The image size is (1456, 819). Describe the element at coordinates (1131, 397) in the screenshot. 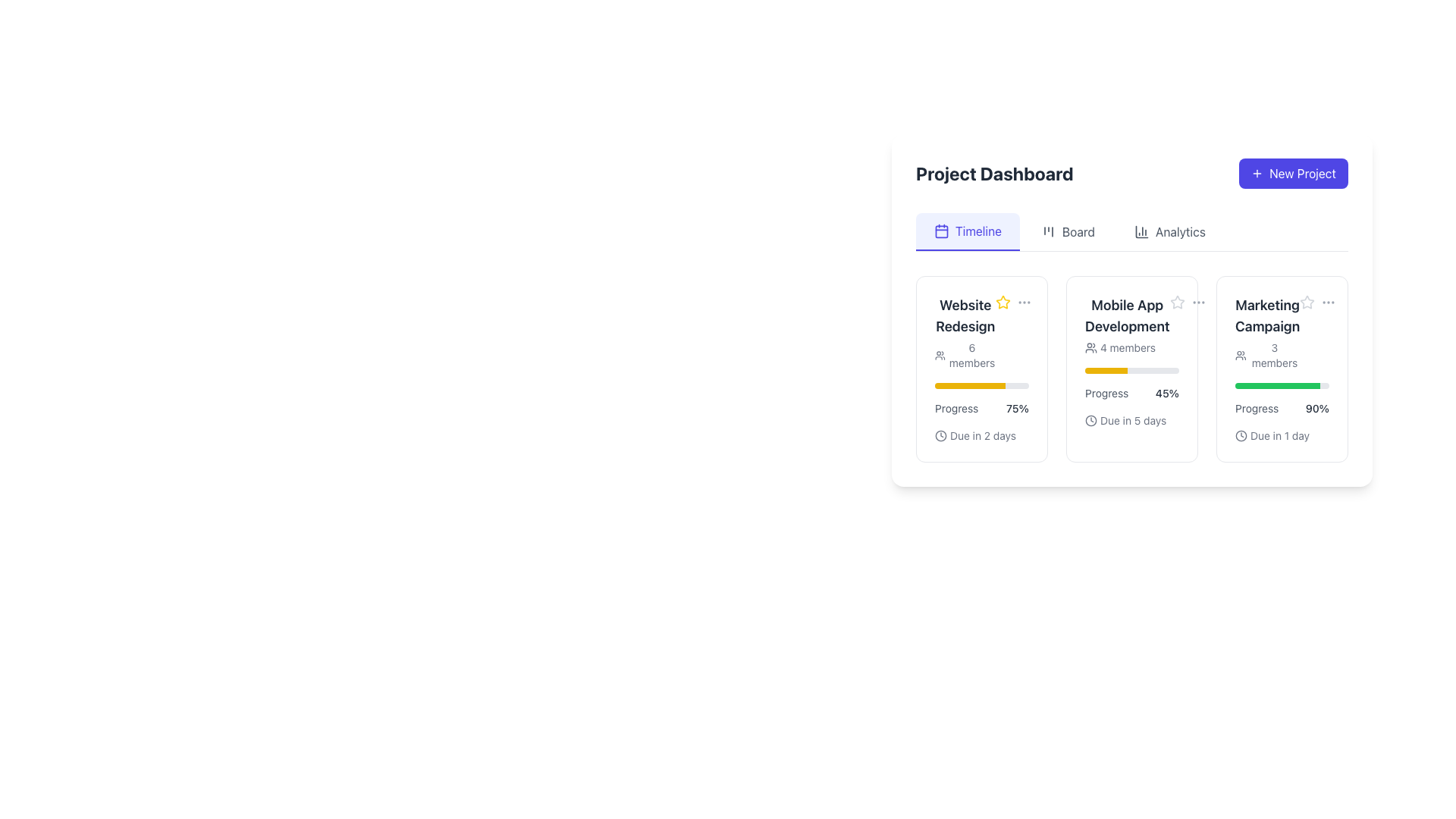

I see `the progress details of the progress indicator showing 'Progress', '45%', and 'Due in 5 days' within the 'Mobile App Development' card` at that location.